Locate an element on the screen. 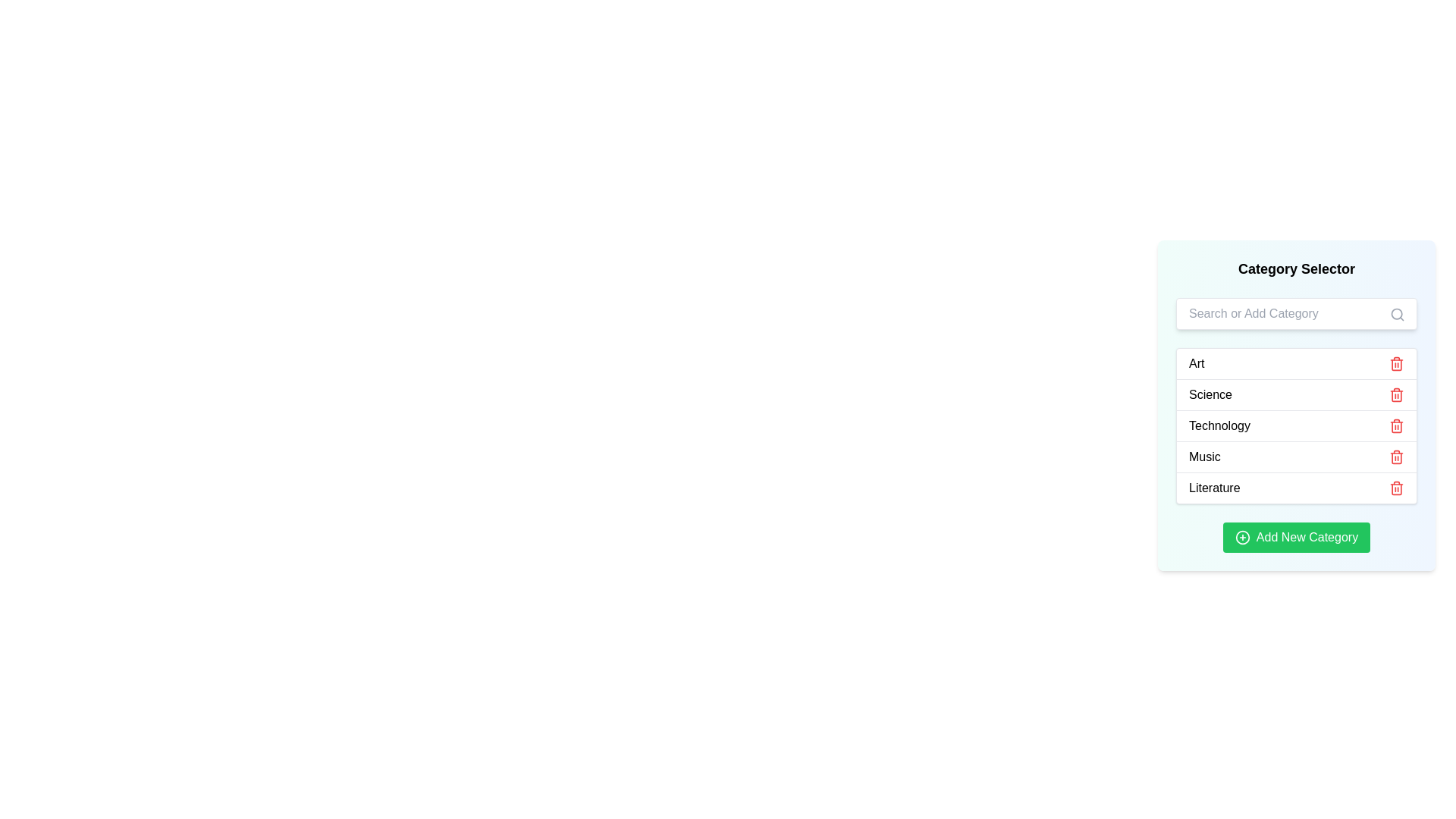 The image size is (1456, 819). the main body of the trash can icon, which is part of the SVG graphical component representing delete functionality is located at coordinates (1396, 365).